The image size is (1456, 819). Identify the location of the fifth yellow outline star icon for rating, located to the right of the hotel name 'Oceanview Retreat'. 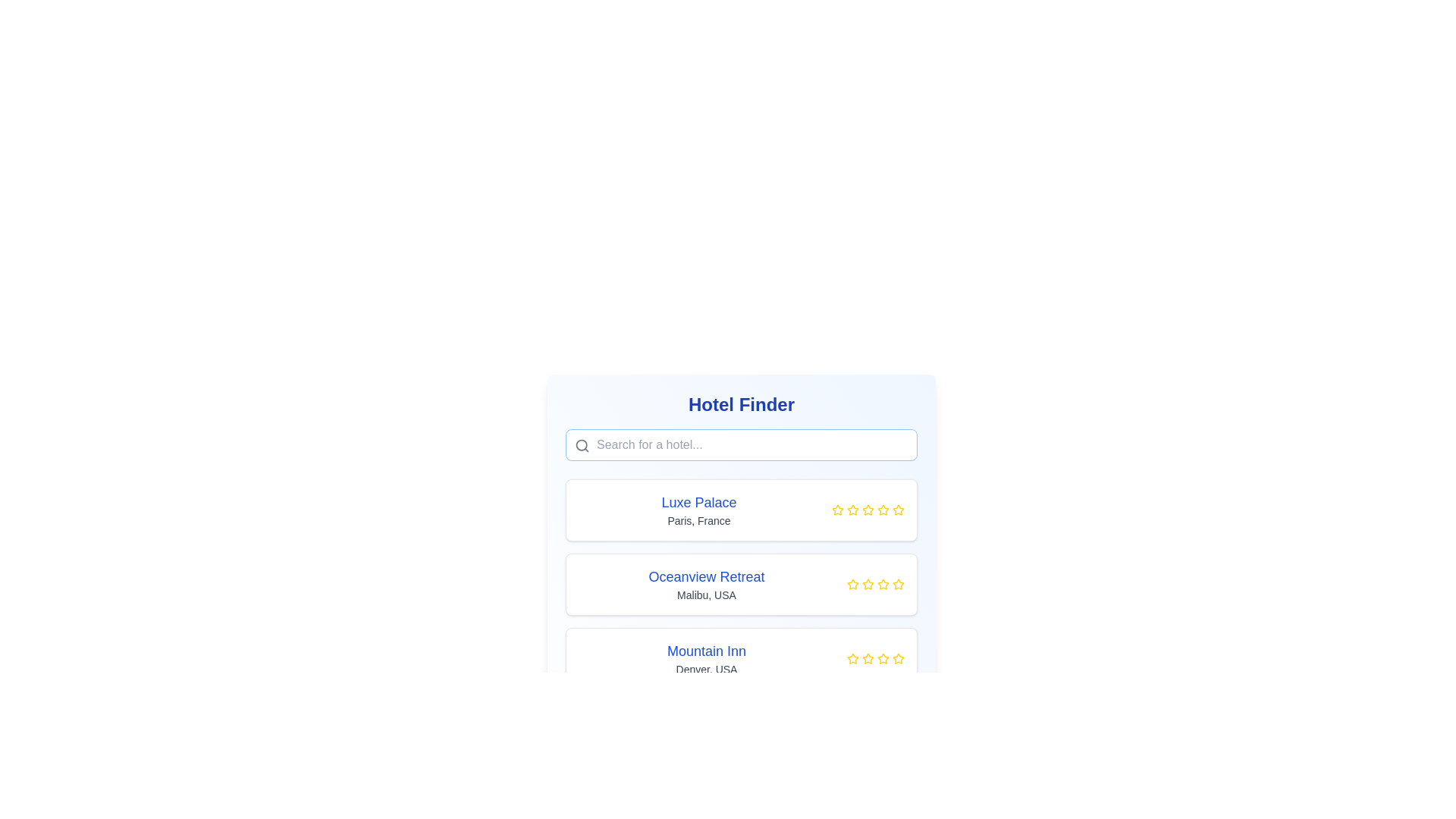
(899, 584).